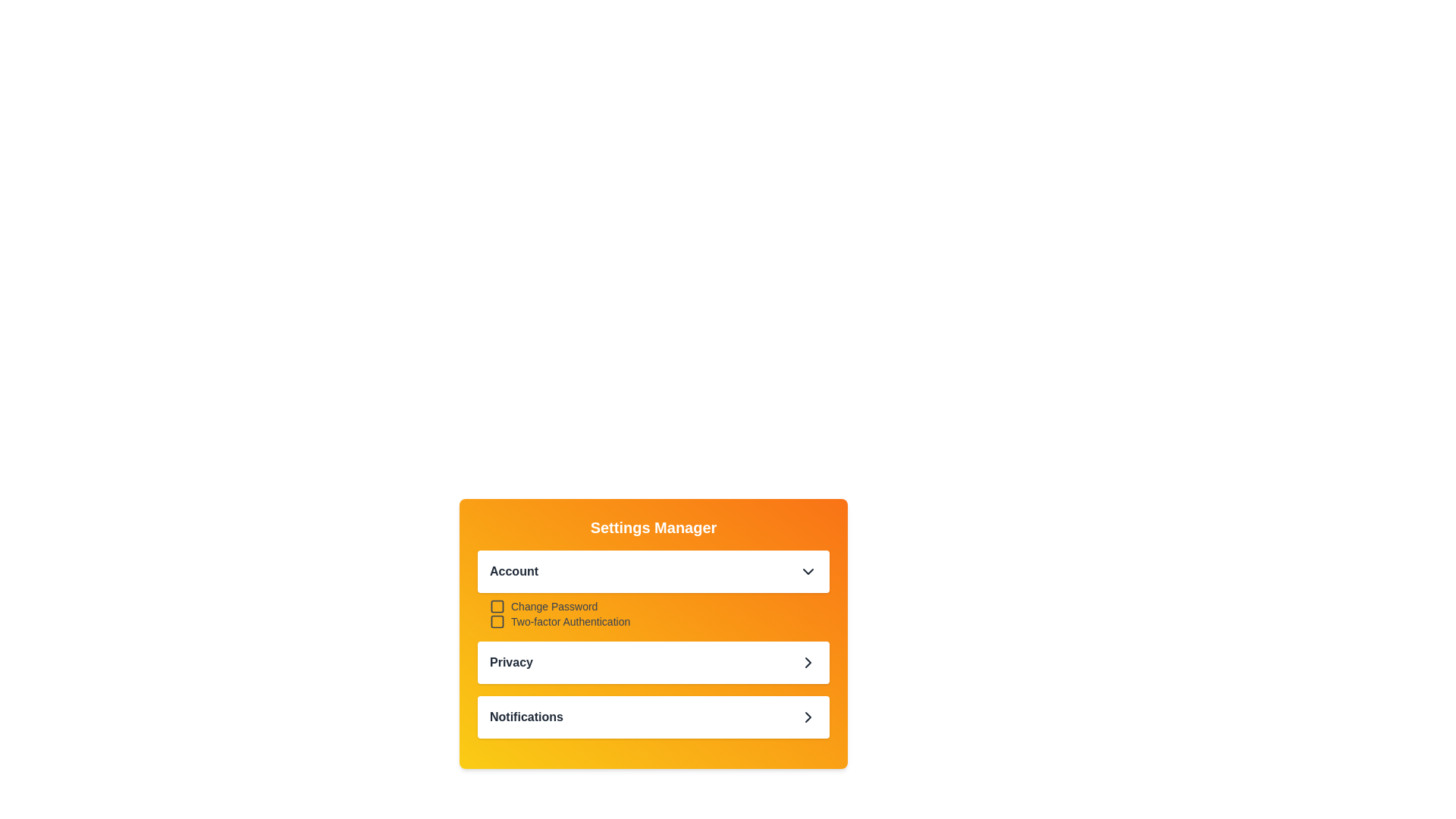  Describe the element at coordinates (807, 571) in the screenshot. I see `the downward-facing chevron icon in the 'Account' section of the settings panel` at that location.